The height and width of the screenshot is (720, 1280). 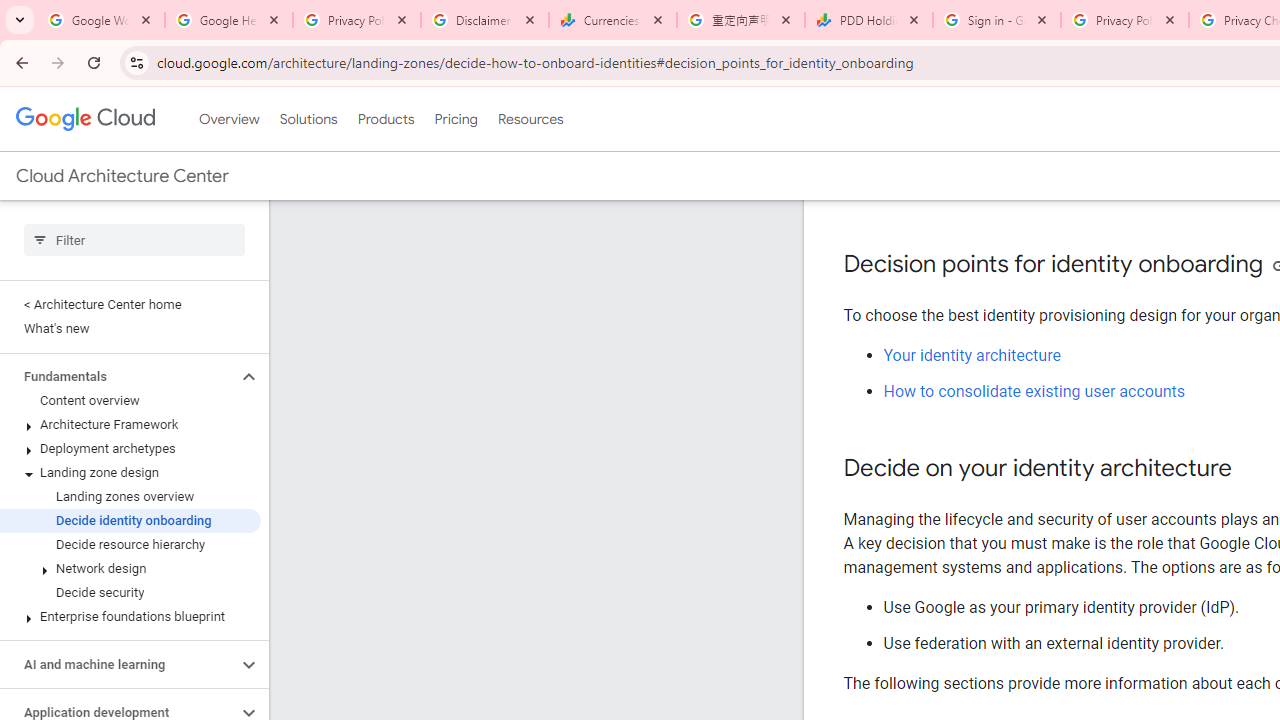 What do you see at coordinates (129, 304) in the screenshot?
I see `'< Architecture Center home'` at bounding box center [129, 304].